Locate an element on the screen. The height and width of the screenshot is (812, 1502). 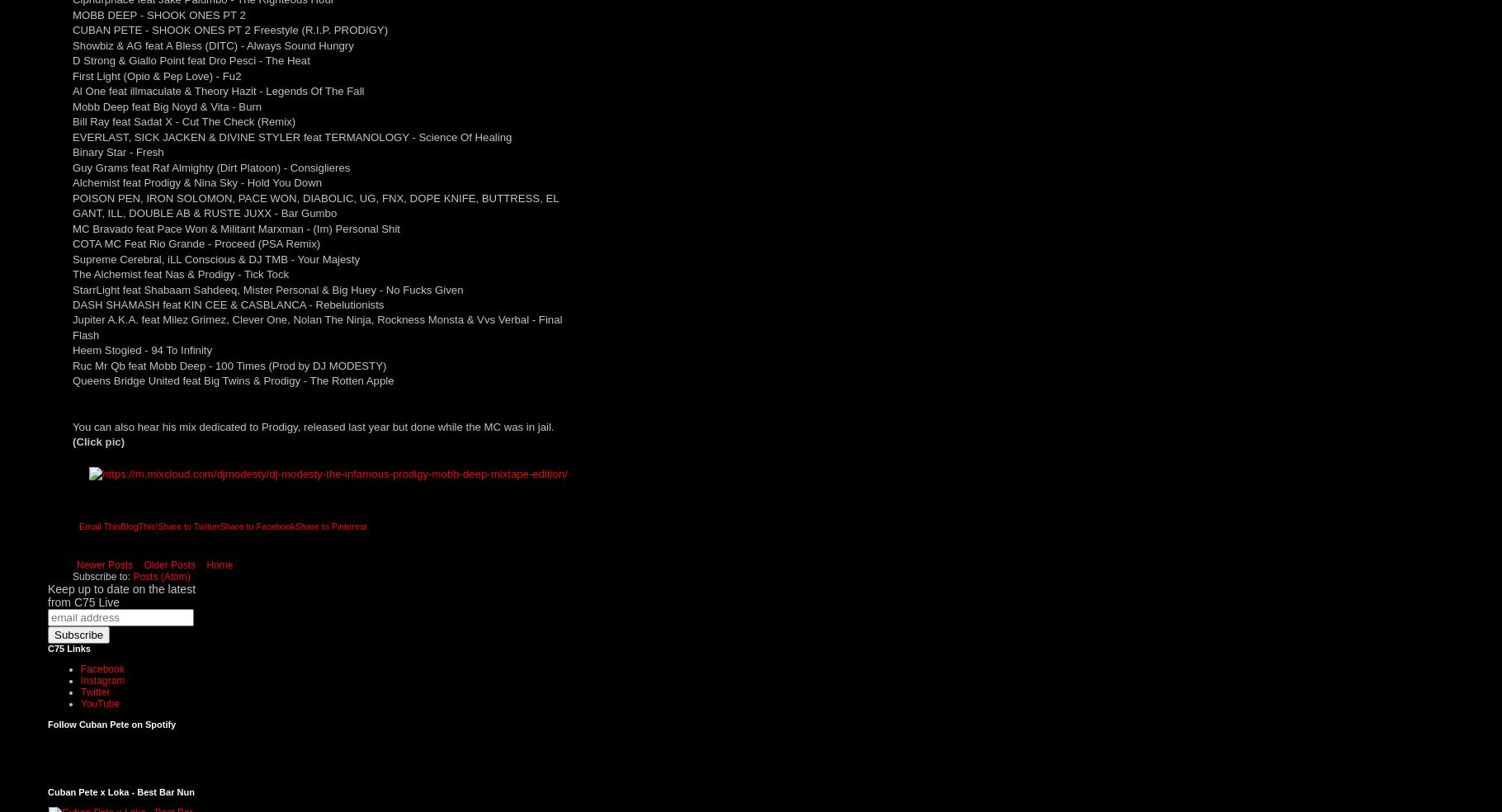
'Showbiz & AG feat A Bless (DITC) - Always Sound Hungry' is located at coordinates (213, 44).